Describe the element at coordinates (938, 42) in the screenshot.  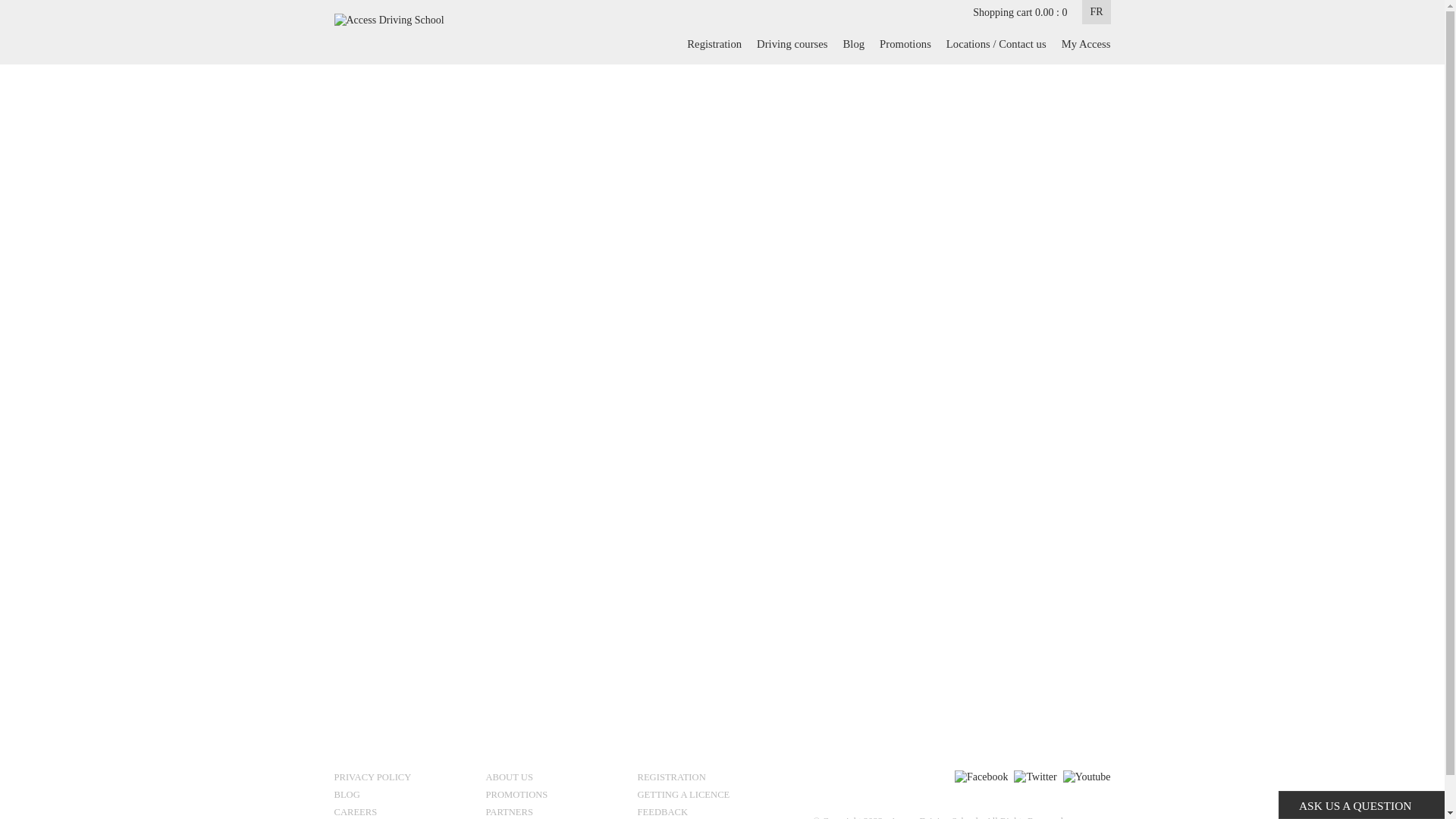
I see `'Locations / Contact us'` at that location.